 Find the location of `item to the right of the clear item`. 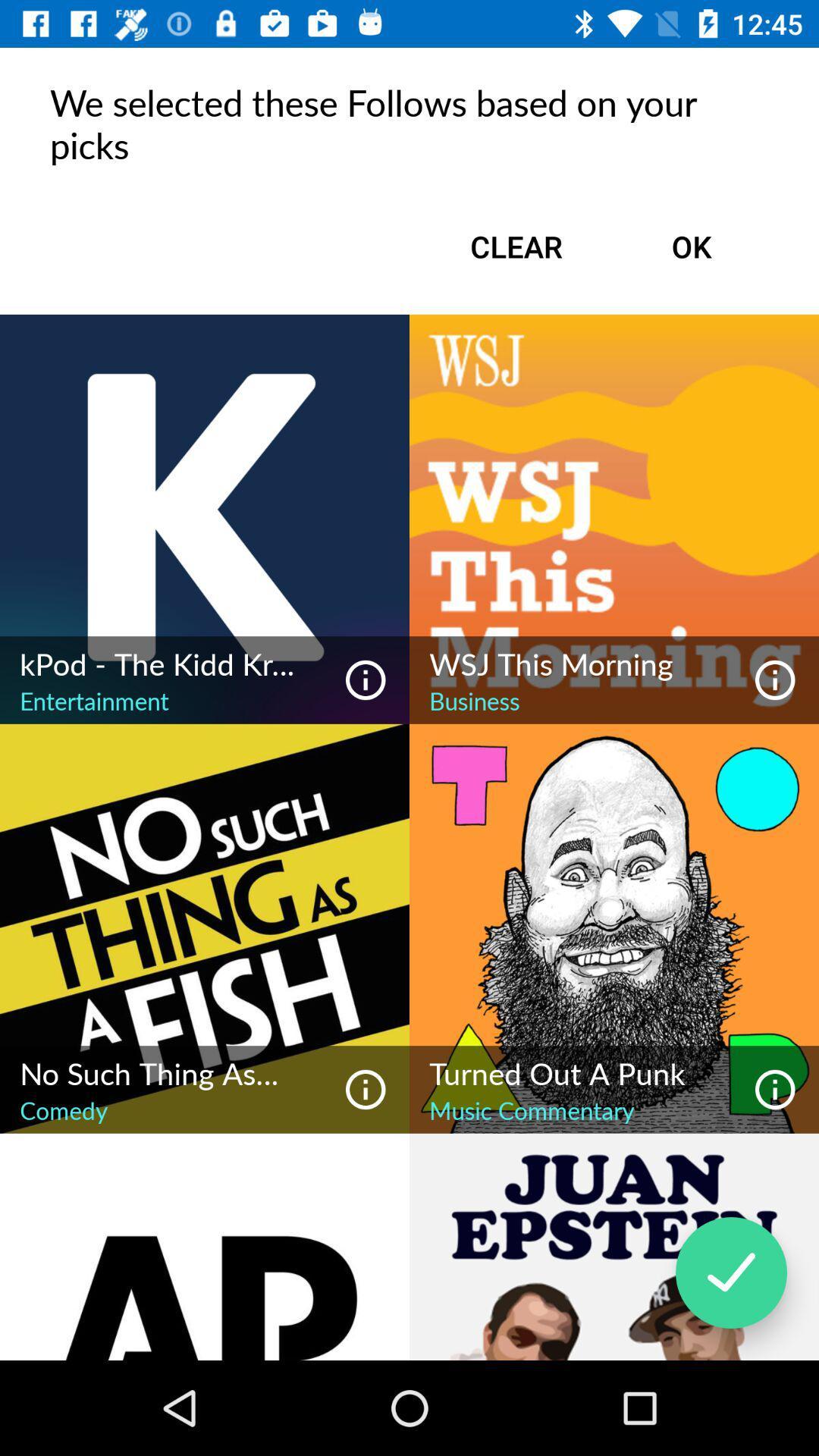

item to the right of the clear item is located at coordinates (691, 246).